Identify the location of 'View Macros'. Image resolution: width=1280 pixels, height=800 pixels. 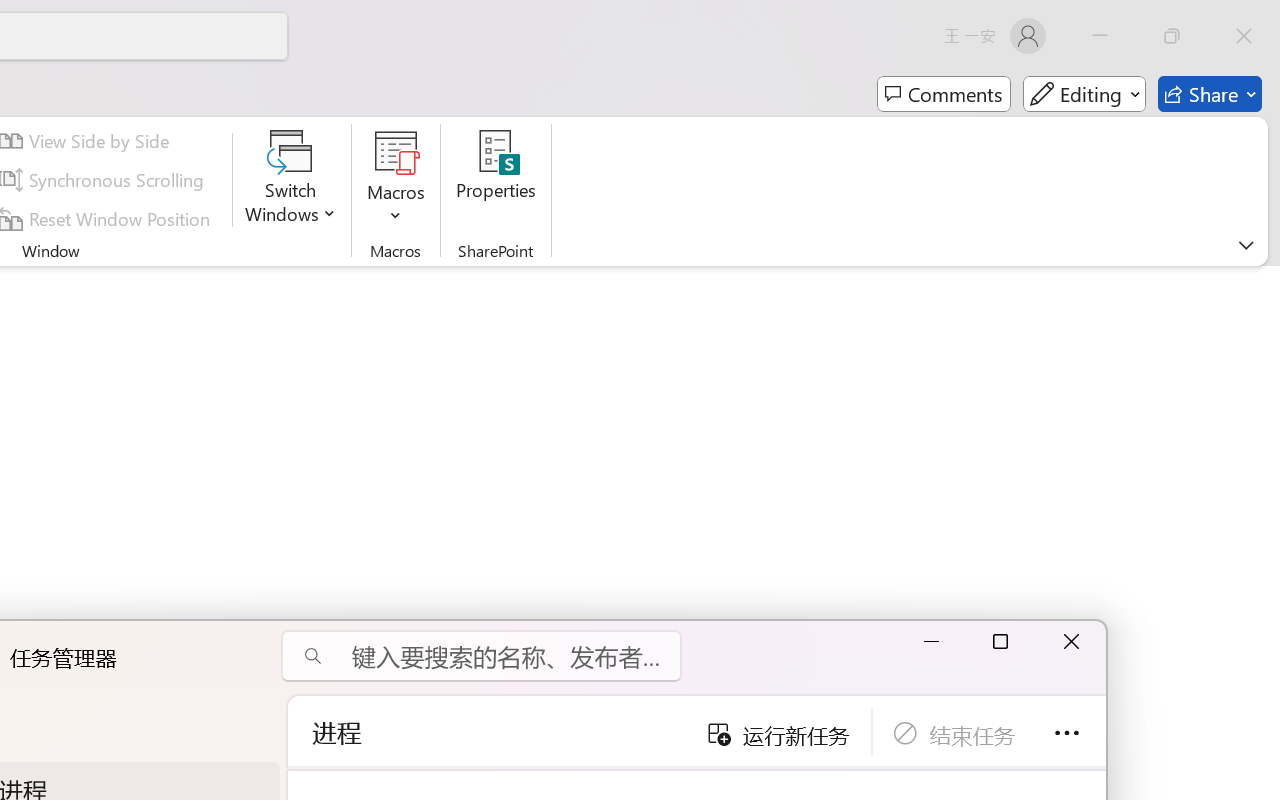
(396, 151).